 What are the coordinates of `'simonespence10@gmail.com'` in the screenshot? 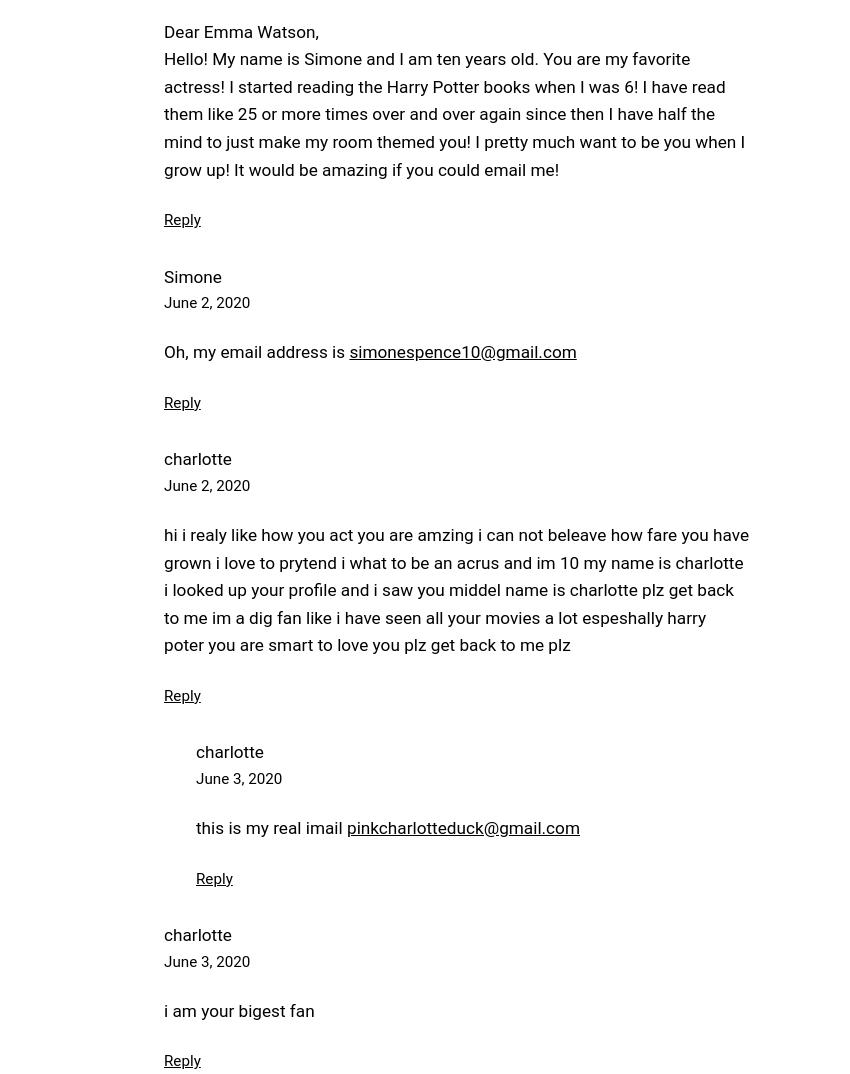 It's located at (461, 350).